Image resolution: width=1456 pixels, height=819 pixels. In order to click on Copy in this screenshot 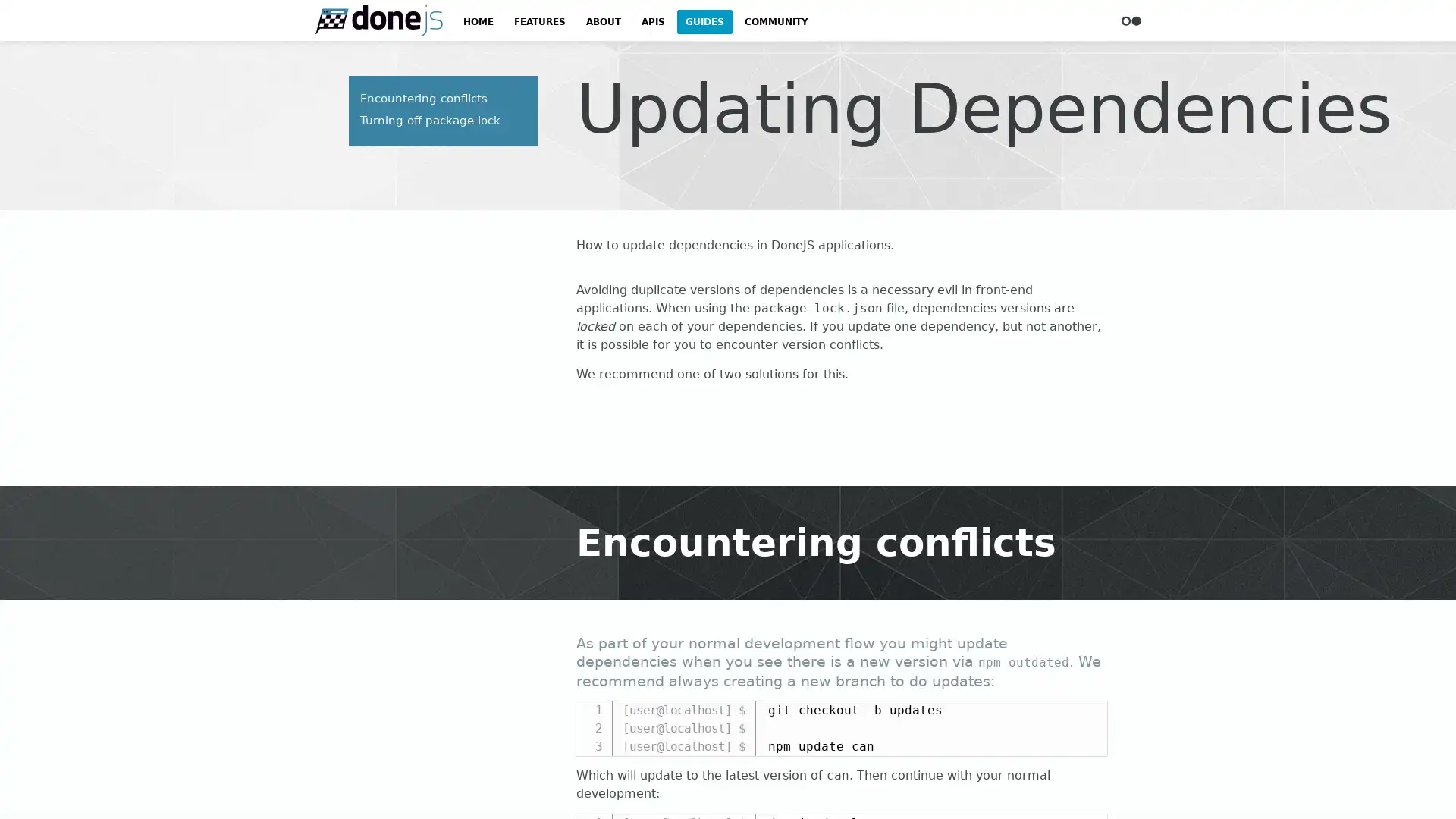, I will do `click(1088, 712)`.